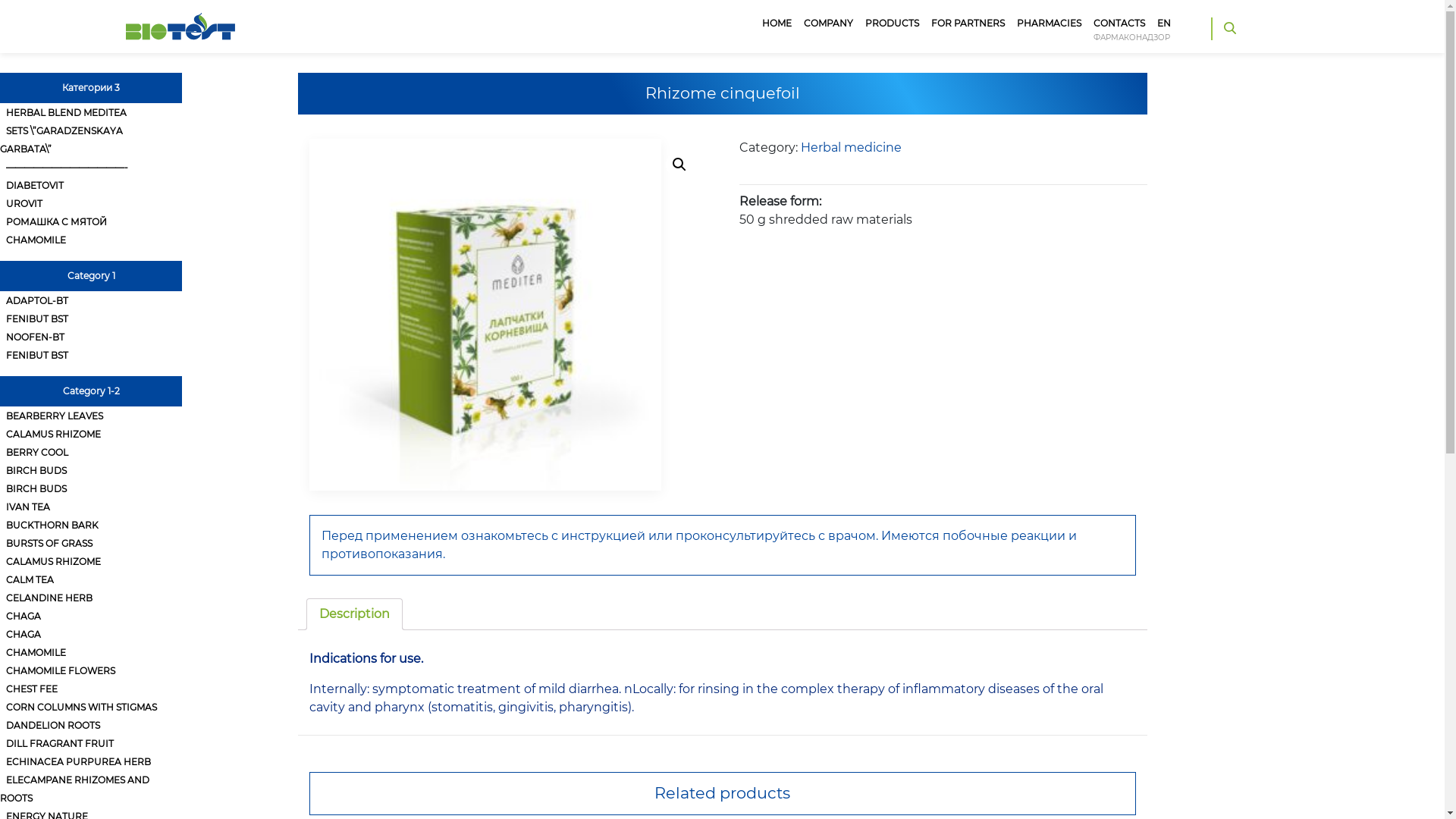 This screenshot has width=1456, height=819. I want to click on 'PRODUCTS', so click(892, 23).